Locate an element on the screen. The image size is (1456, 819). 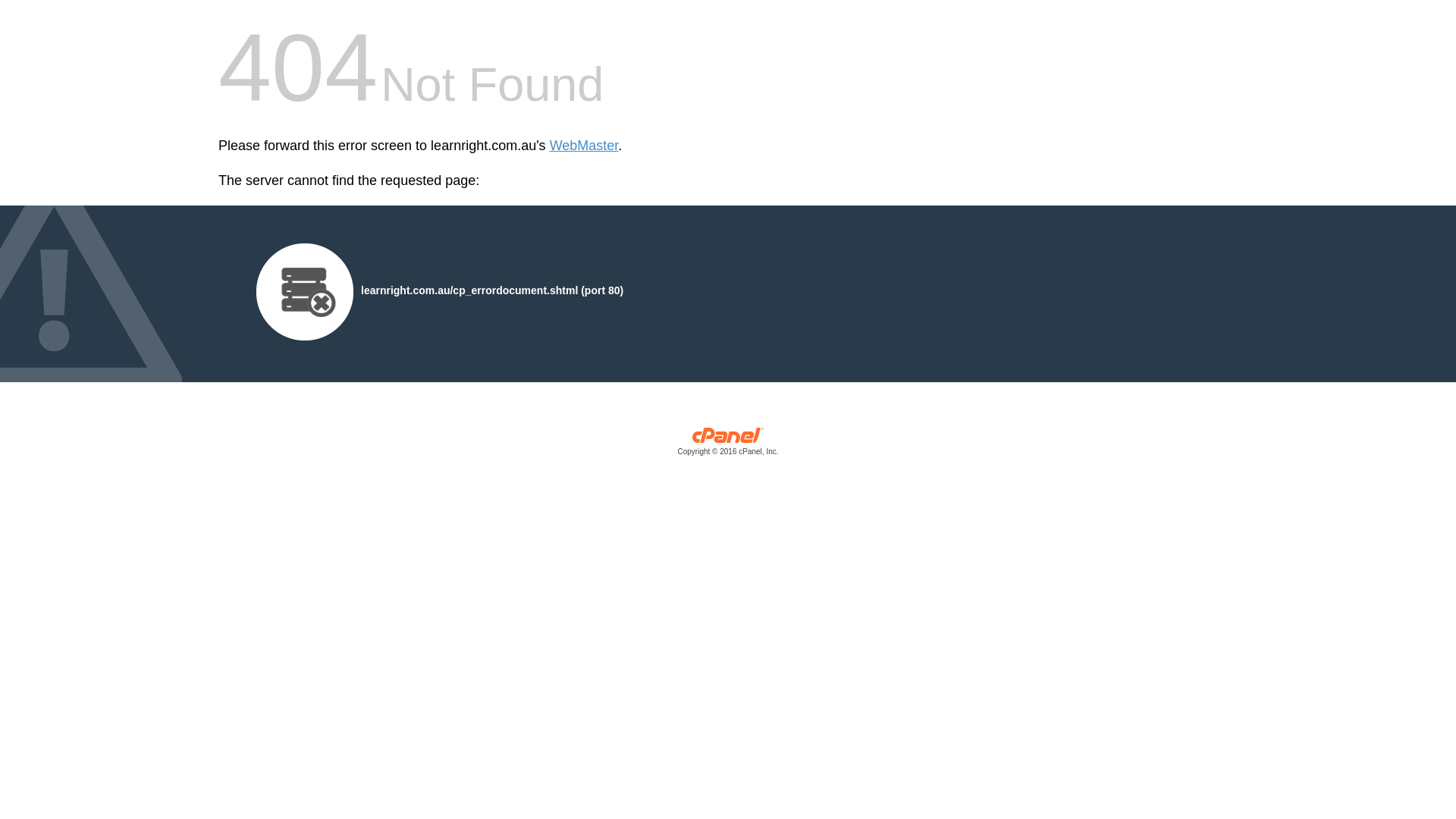
'WebMaster' is located at coordinates (583, 146).